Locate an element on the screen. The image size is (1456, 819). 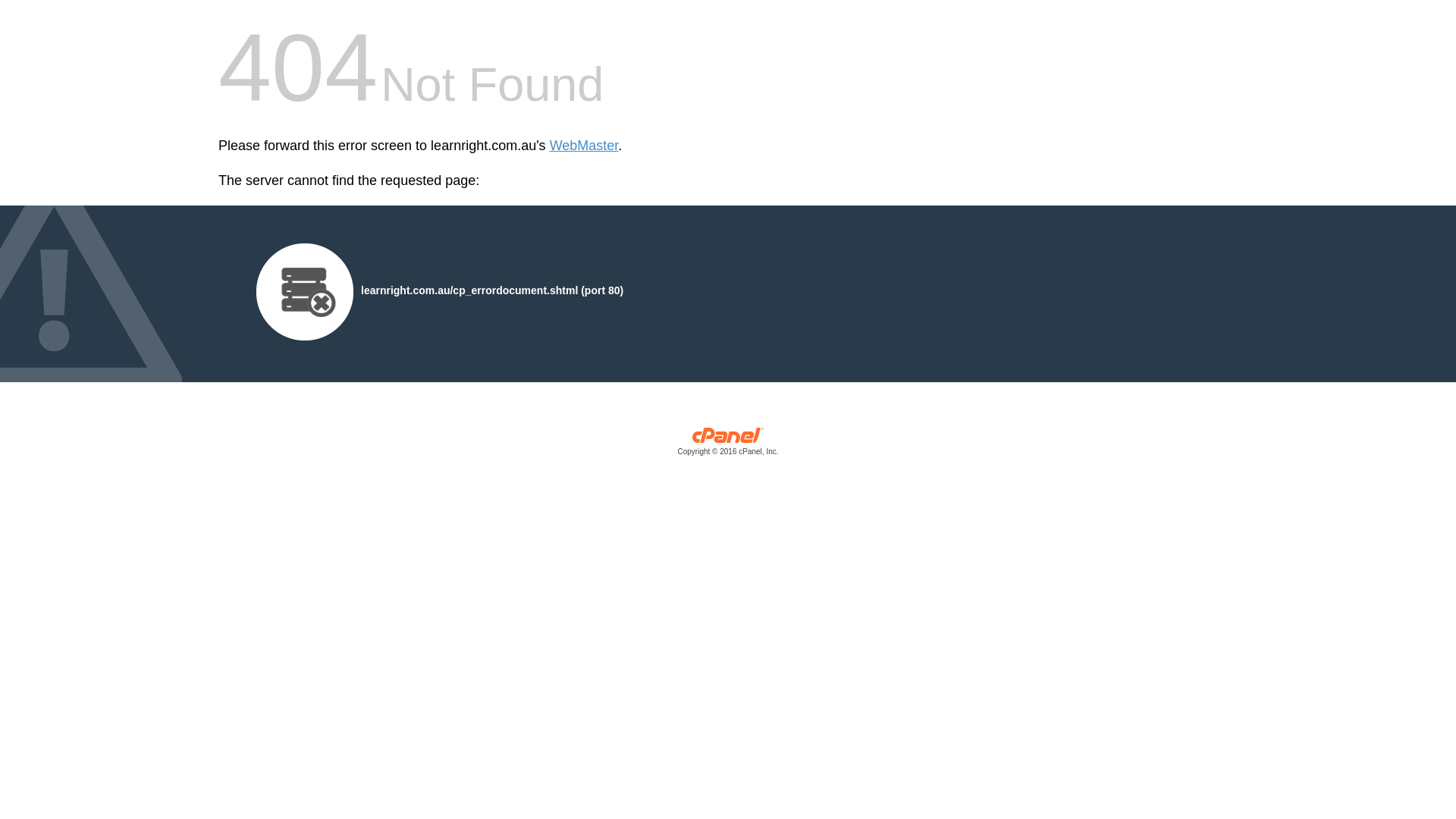
'WebMaster' is located at coordinates (583, 146).